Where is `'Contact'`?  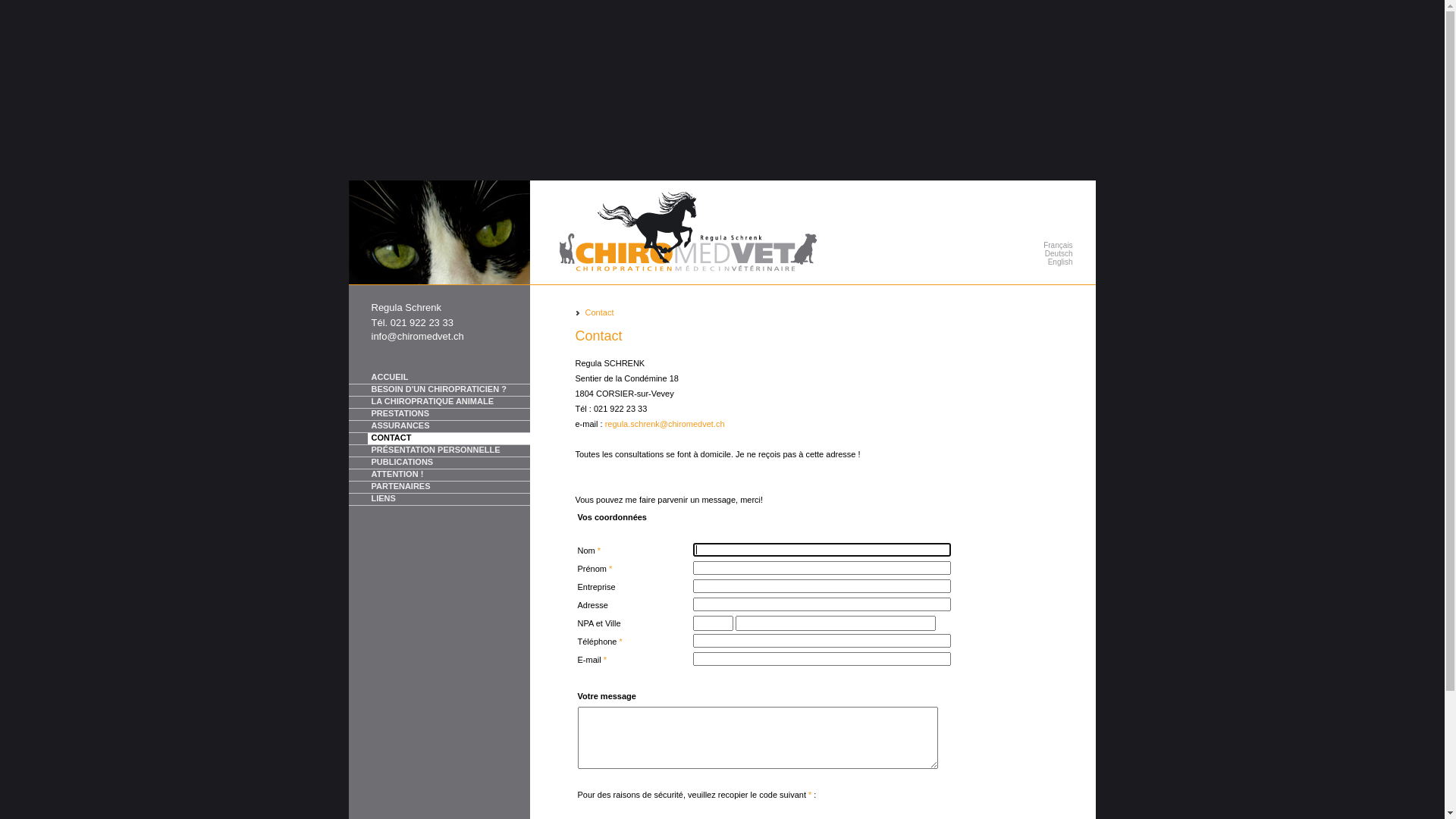
'Contact' is located at coordinates (599, 312).